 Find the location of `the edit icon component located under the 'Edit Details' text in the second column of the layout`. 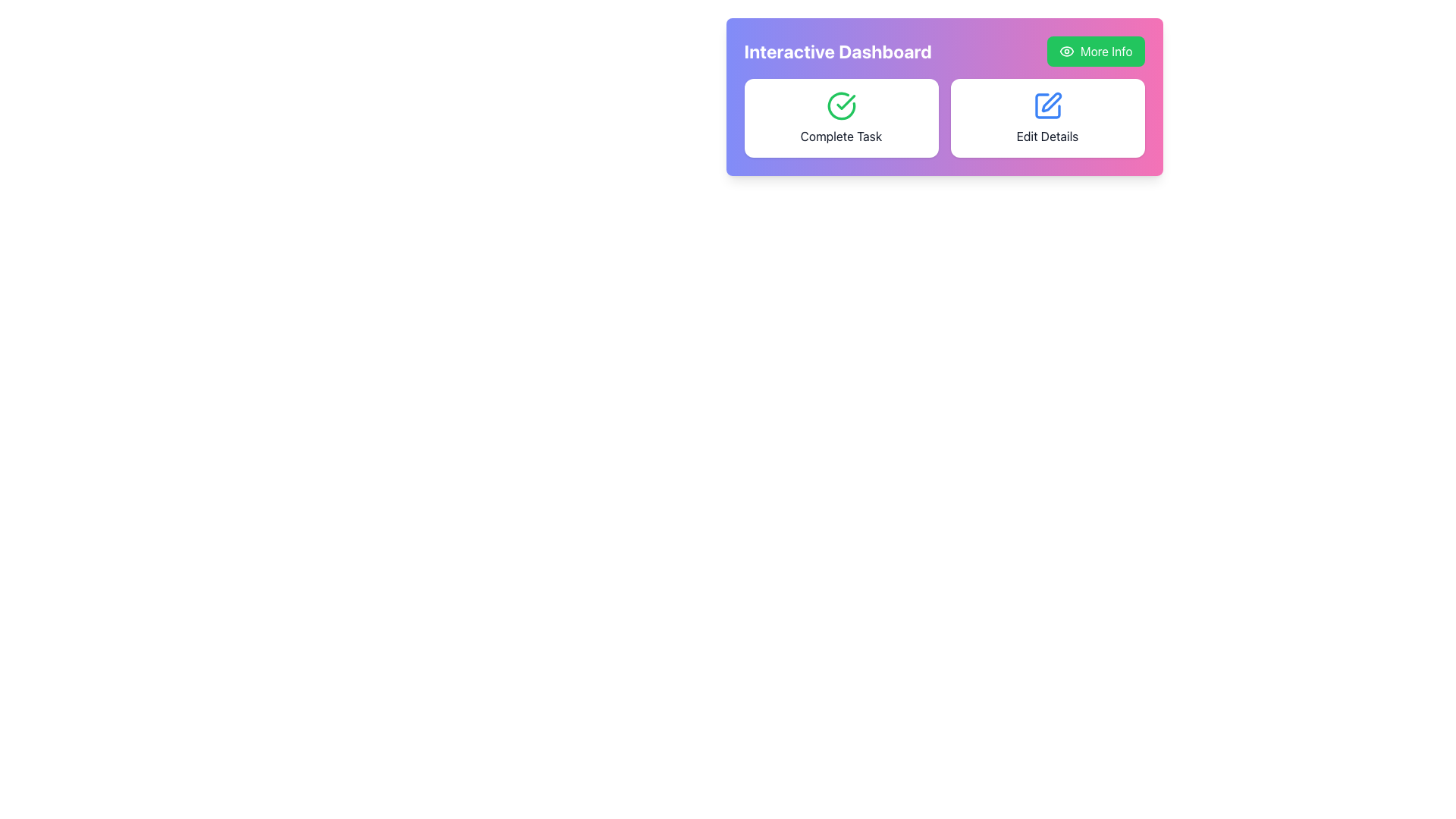

the edit icon component located under the 'Edit Details' text in the second column of the layout is located at coordinates (1050, 102).